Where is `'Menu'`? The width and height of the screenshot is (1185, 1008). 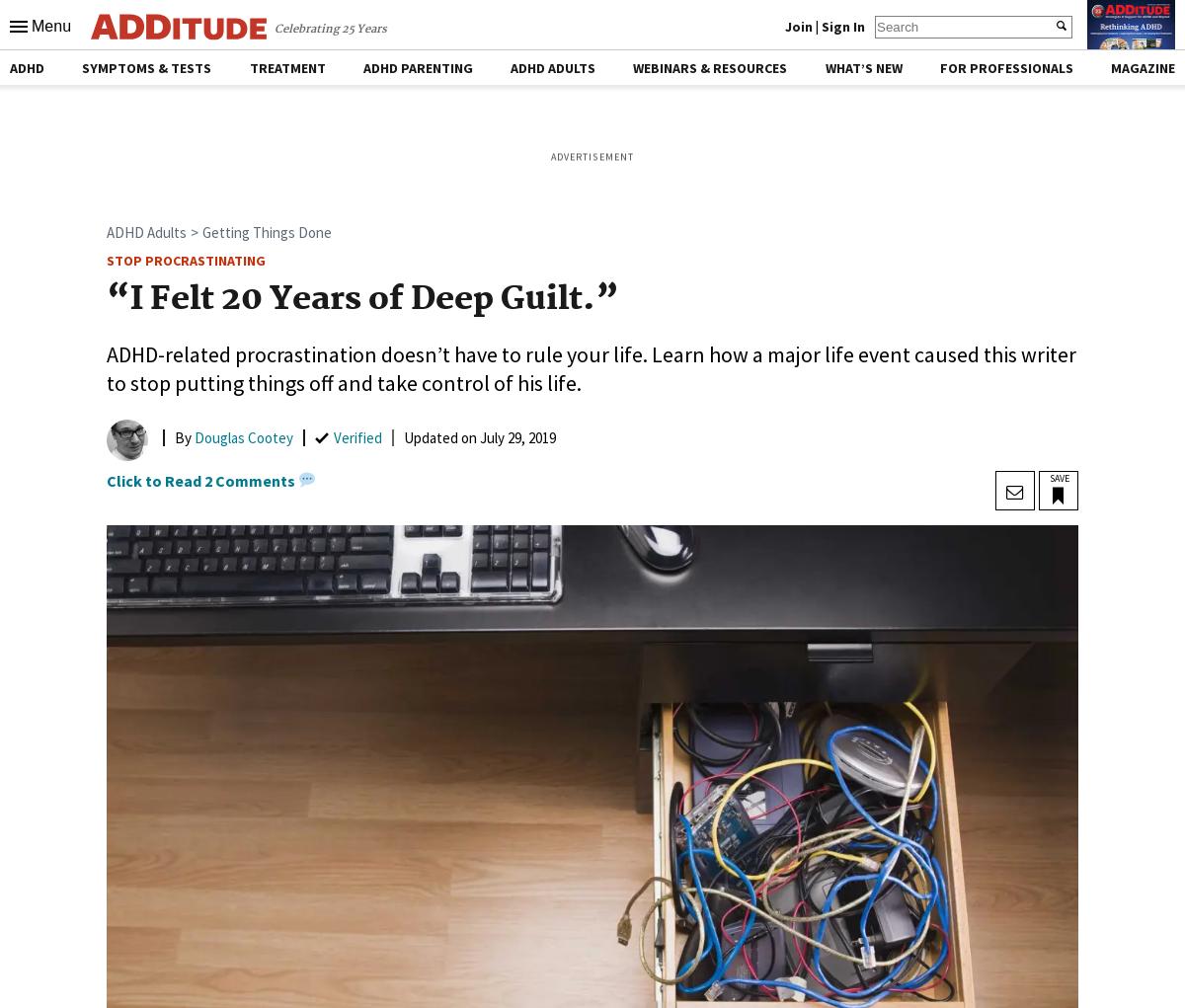
'Menu' is located at coordinates (50, 25).